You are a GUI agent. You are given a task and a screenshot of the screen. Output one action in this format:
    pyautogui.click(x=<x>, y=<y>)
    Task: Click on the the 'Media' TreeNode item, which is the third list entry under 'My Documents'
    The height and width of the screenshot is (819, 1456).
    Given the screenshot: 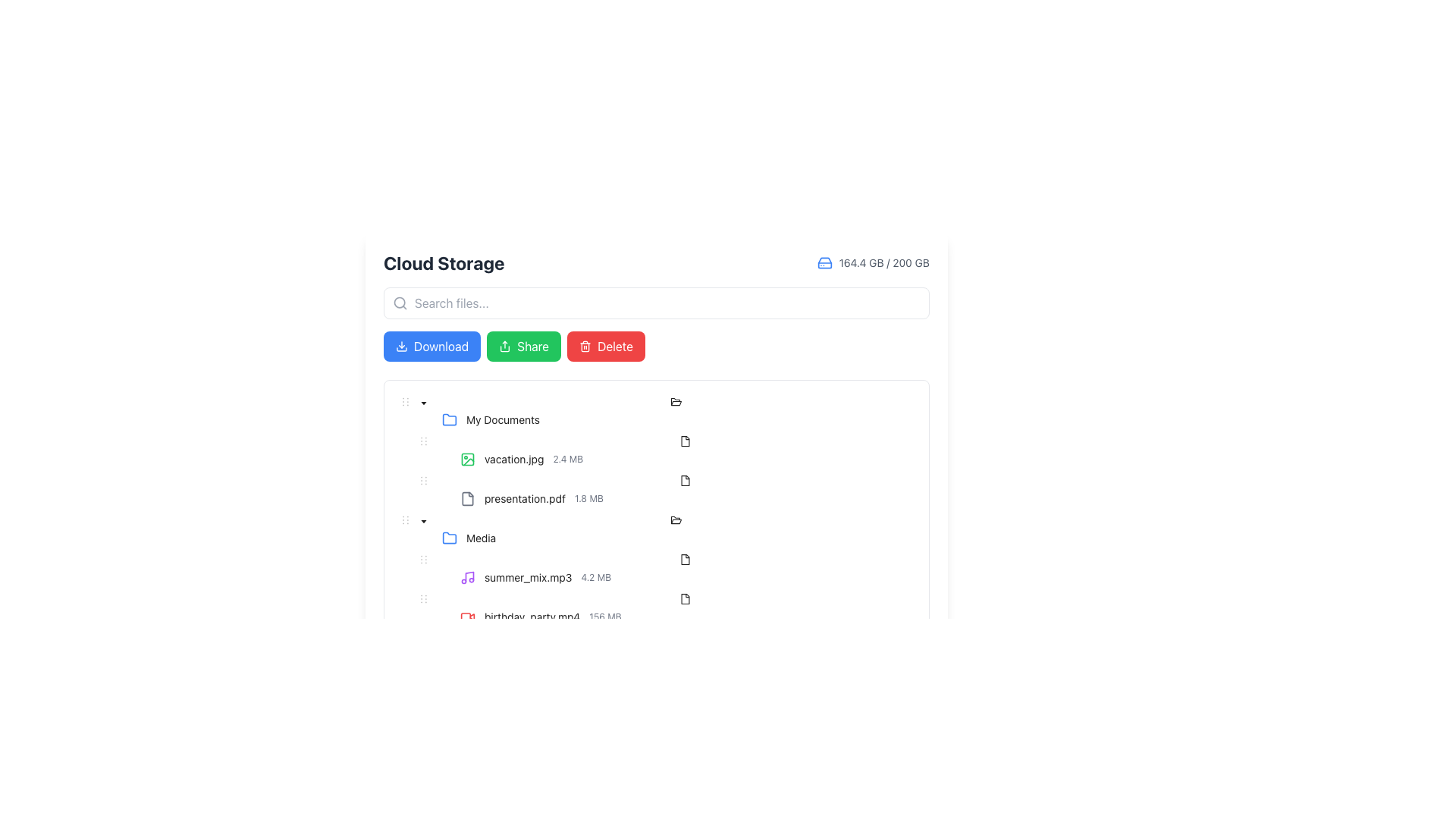 What is the action you would take?
    pyautogui.click(x=656, y=529)
    